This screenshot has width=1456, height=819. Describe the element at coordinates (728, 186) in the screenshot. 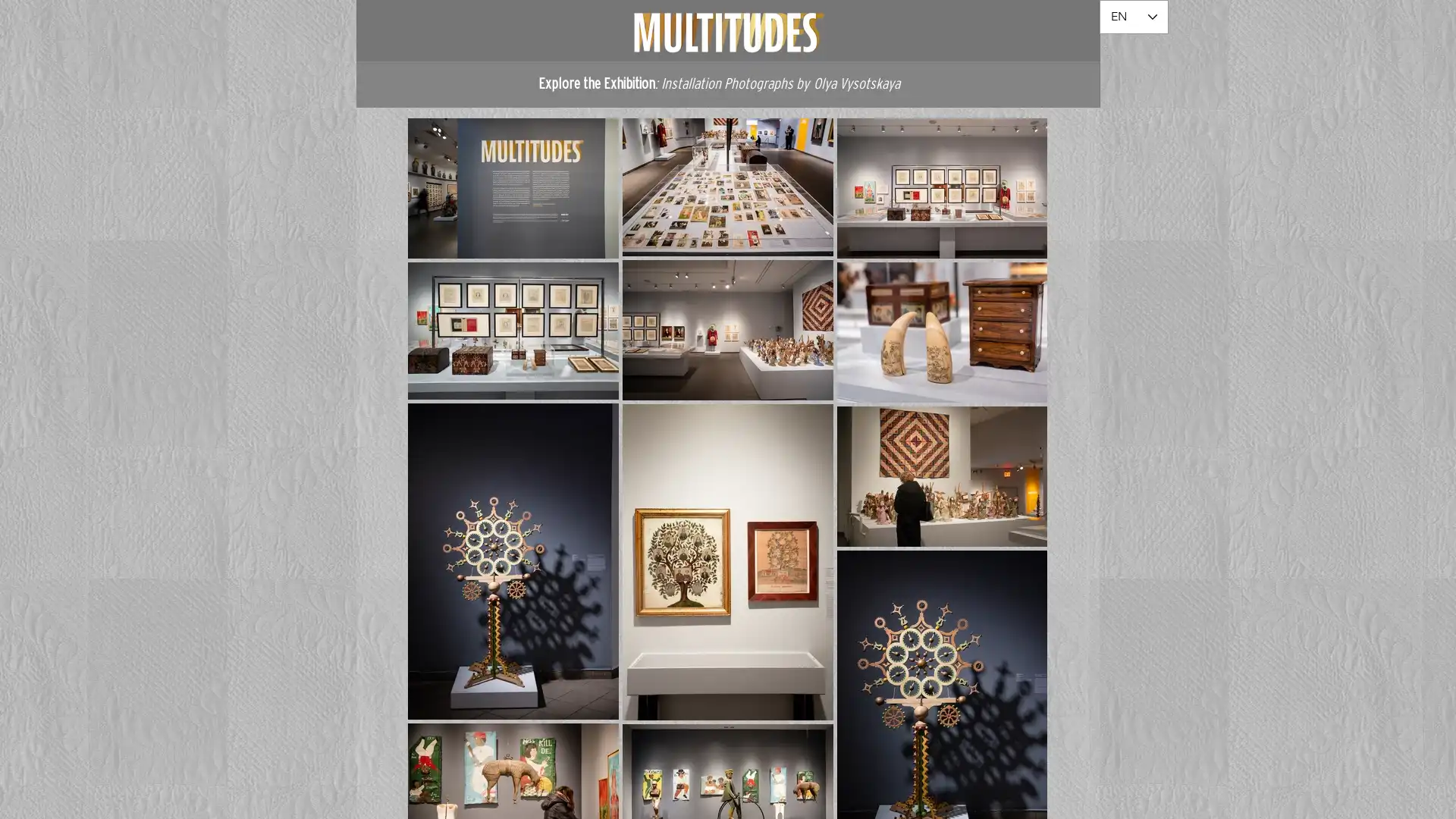

I see `EX - 2022 - Multitudes - AFAM - 079.jpg` at that location.